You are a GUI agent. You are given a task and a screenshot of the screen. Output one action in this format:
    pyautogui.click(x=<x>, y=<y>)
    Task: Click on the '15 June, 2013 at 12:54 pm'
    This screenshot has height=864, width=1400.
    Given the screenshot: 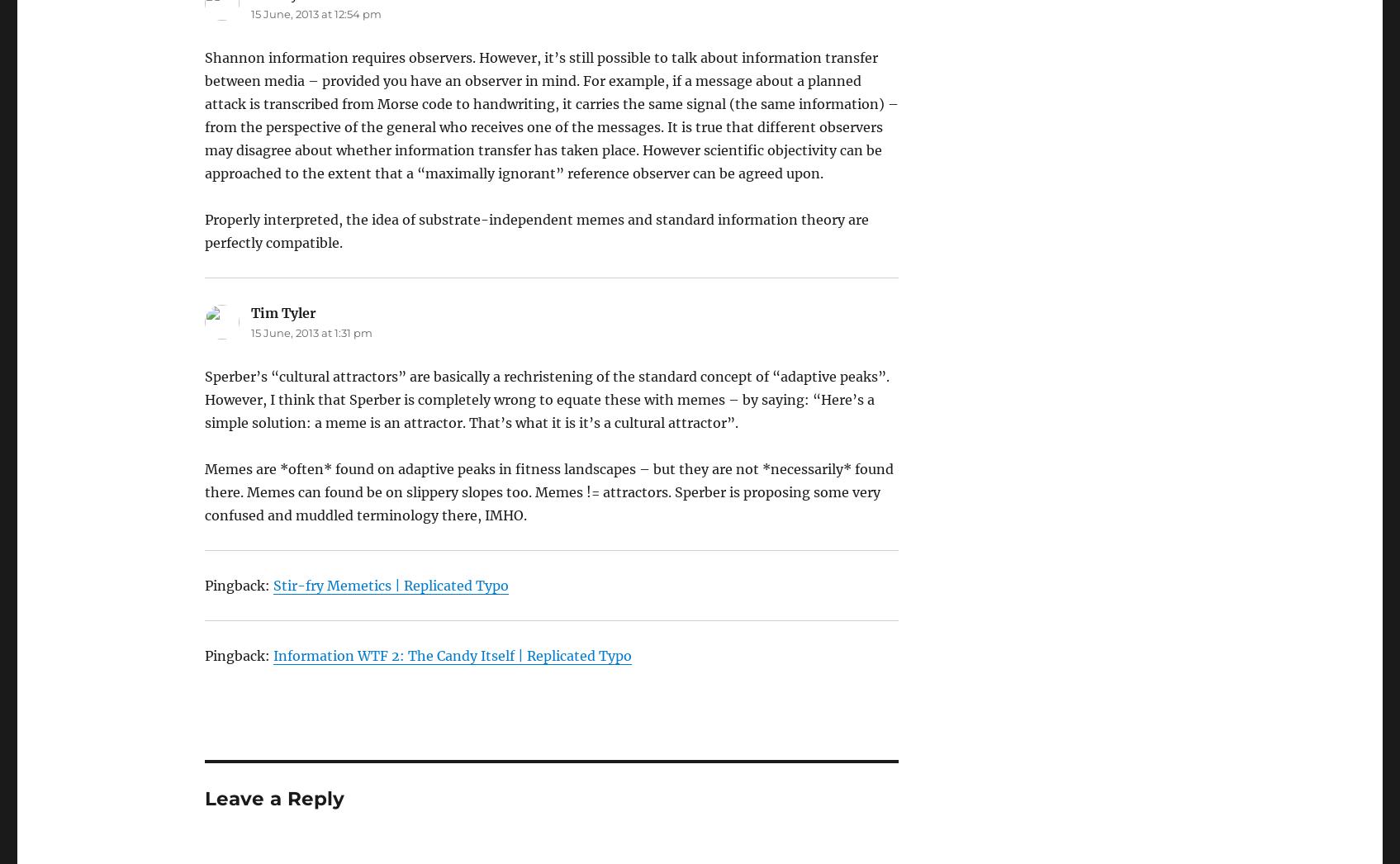 What is the action you would take?
    pyautogui.click(x=315, y=13)
    